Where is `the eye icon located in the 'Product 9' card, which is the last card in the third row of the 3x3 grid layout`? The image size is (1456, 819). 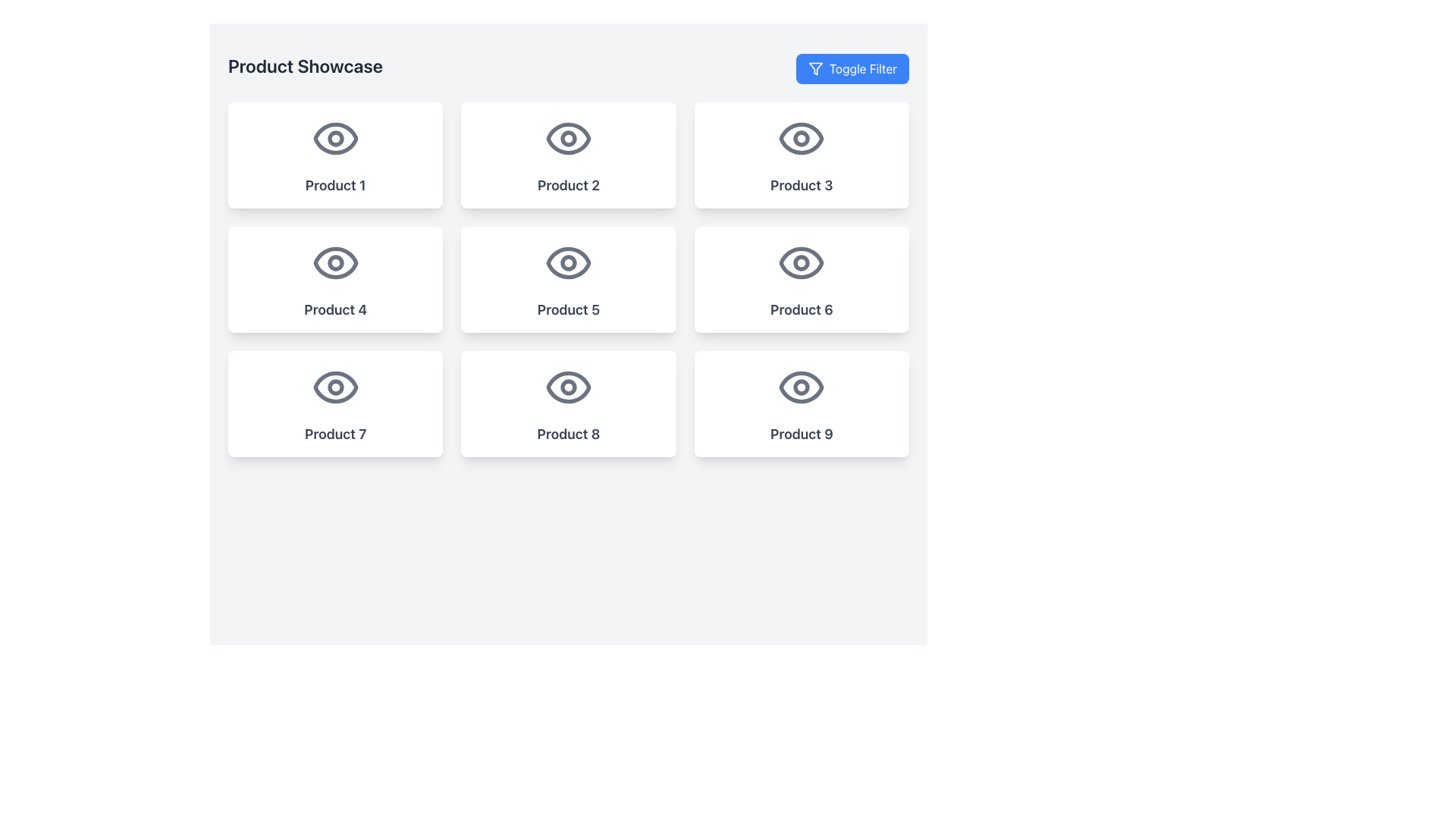 the eye icon located in the 'Product 9' card, which is the last card in the third row of the 3x3 grid layout is located at coordinates (800, 386).